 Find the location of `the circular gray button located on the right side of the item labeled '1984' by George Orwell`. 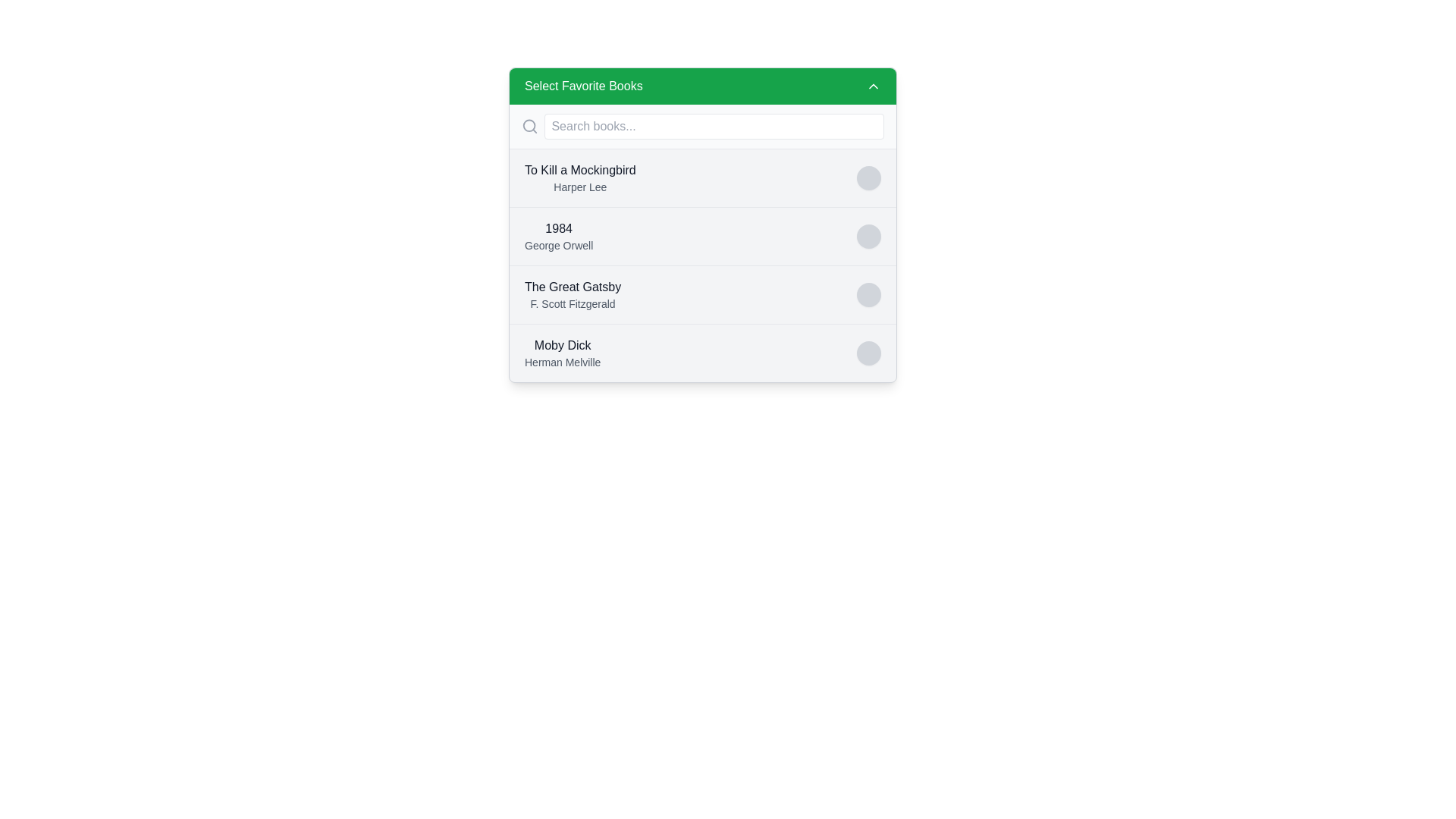

the circular gray button located on the right side of the item labeled '1984' by George Orwell is located at coordinates (869, 237).